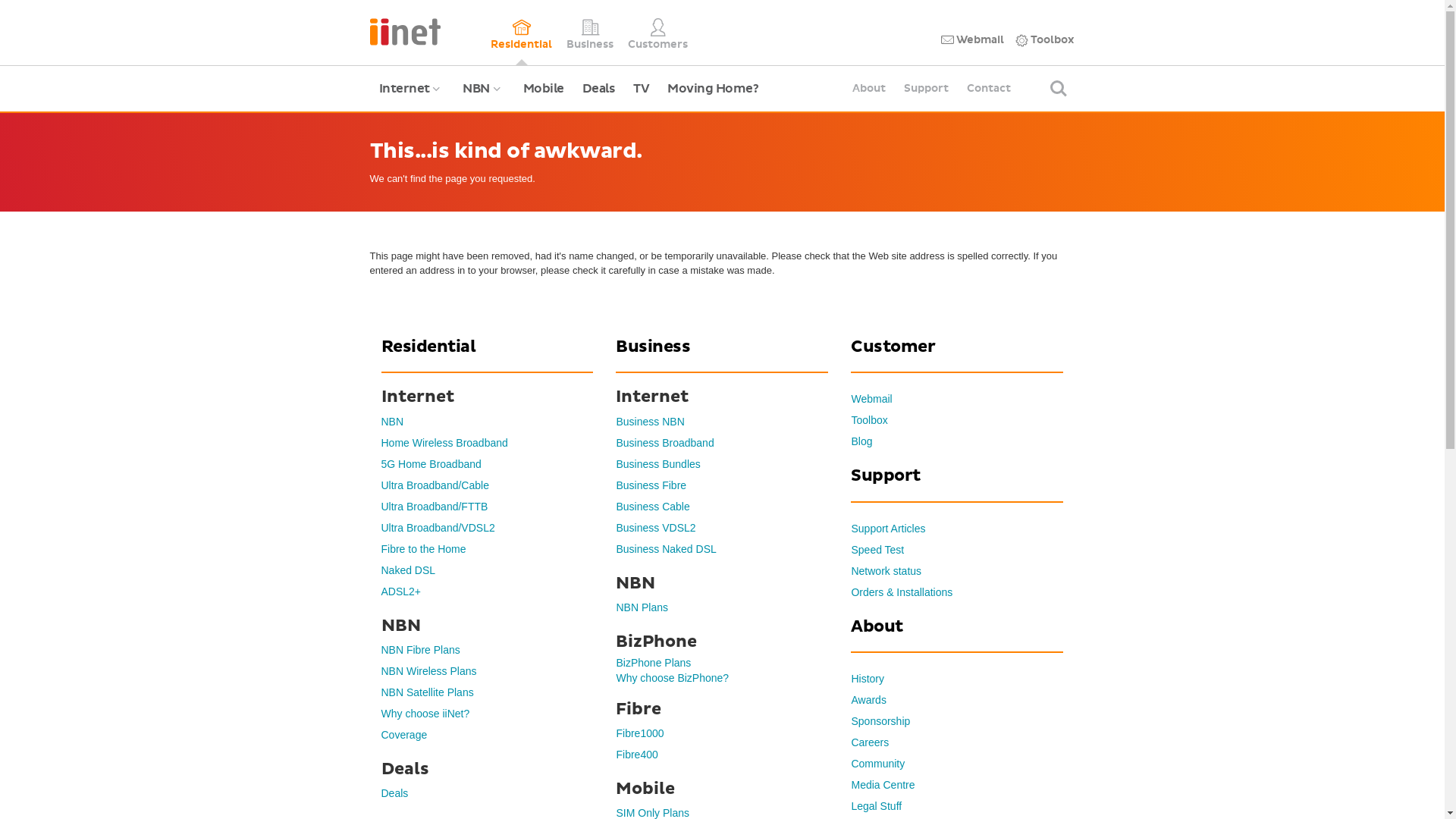 This screenshot has width=1456, height=819. What do you see at coordinates (422, 549) in the screenshot?
I see `'Fibre to the Home'` at bounding box center [422, 549].